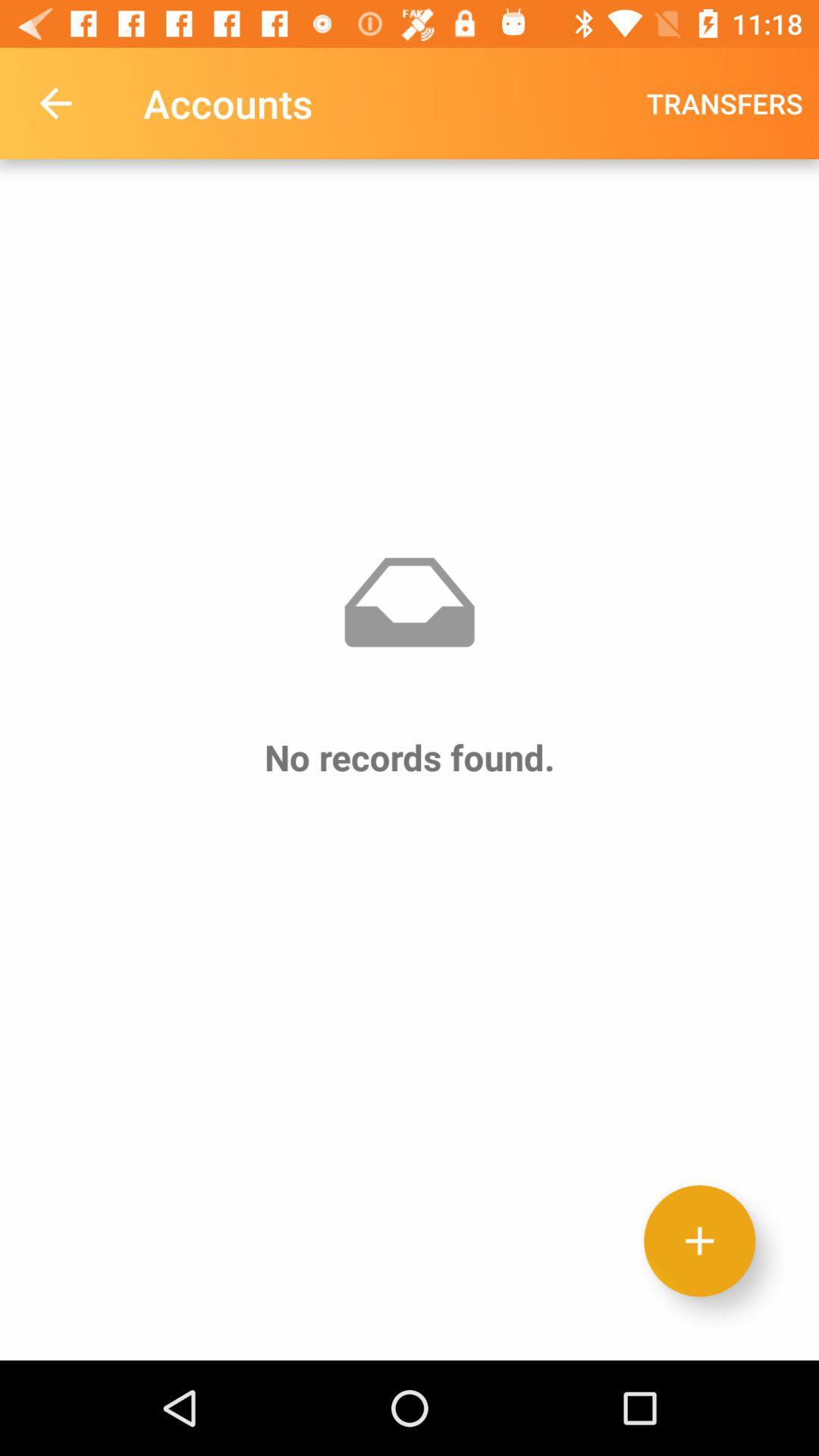 This screenshot has height=1456, width=819. What do you see at coordinates (699, 1241) in the screenshot?
I see `account` at bounding box center [699, 1241].